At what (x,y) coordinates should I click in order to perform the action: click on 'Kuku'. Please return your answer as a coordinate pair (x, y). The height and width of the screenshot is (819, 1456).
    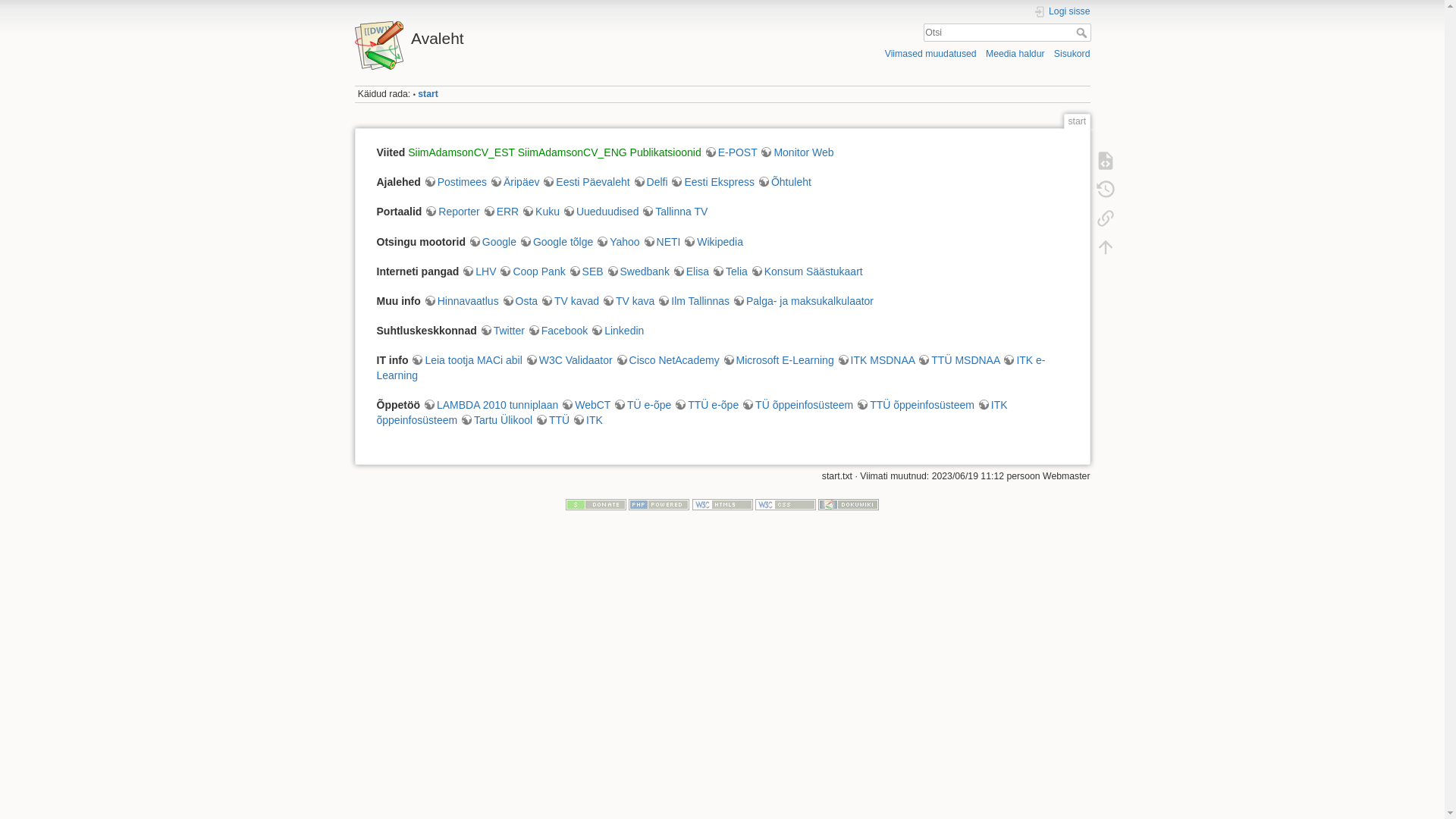
    Looking at the image, I should click on (541, 211).